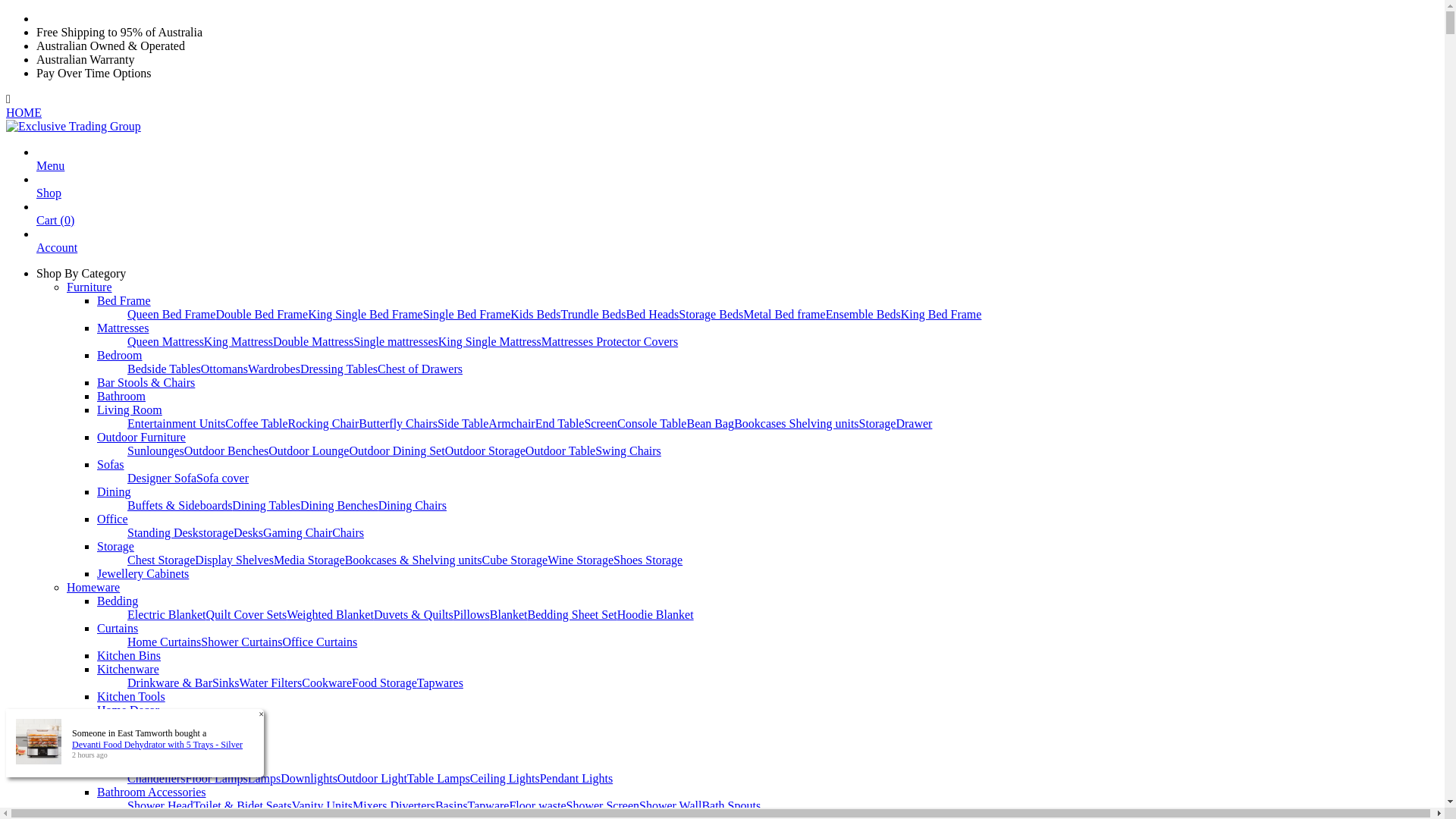  I want to click on 'Ensemble Beds', so click(863, 313).